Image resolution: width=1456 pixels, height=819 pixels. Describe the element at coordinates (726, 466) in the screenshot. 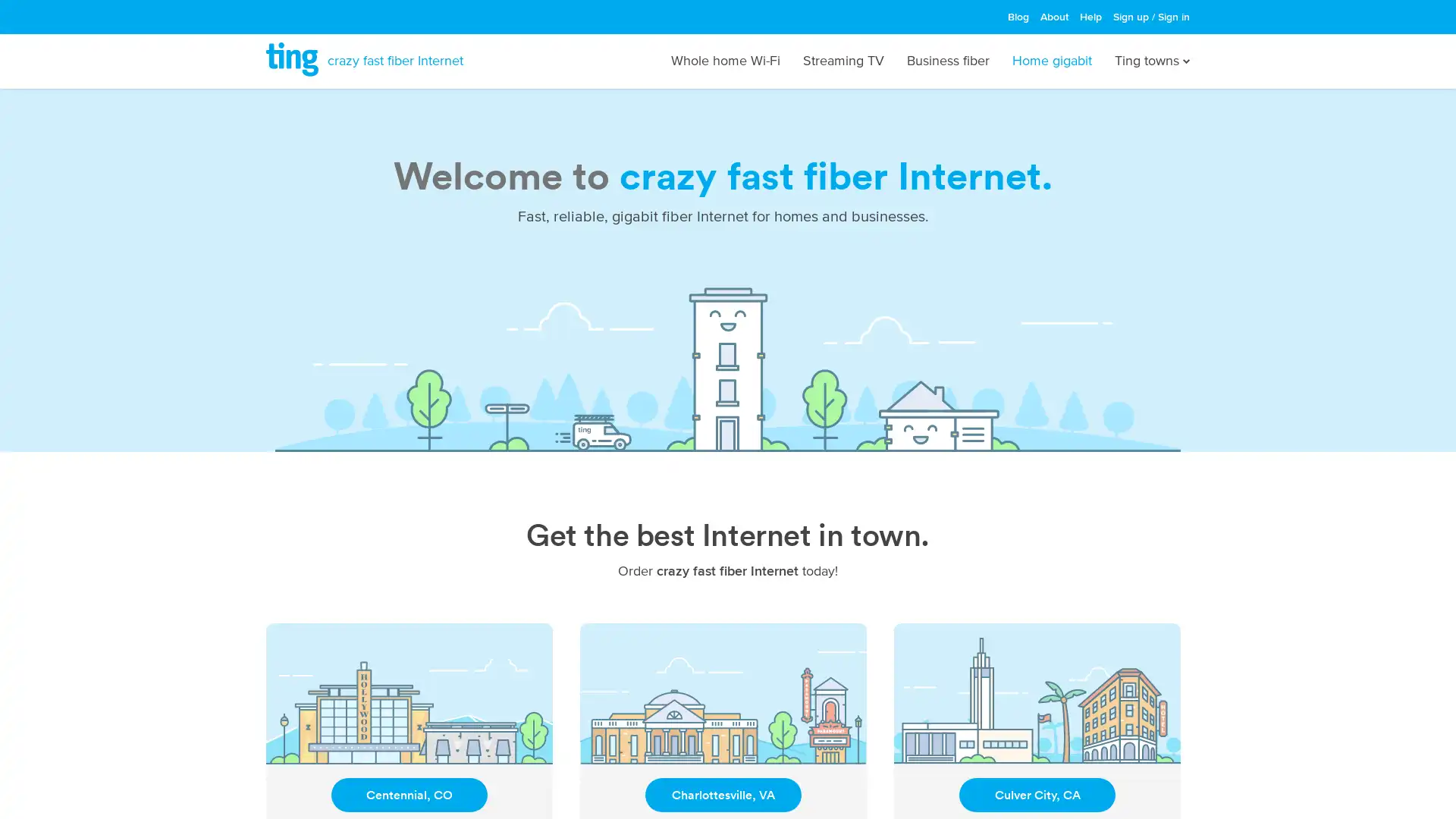

I see `Continue to Ting Internet` at that location.